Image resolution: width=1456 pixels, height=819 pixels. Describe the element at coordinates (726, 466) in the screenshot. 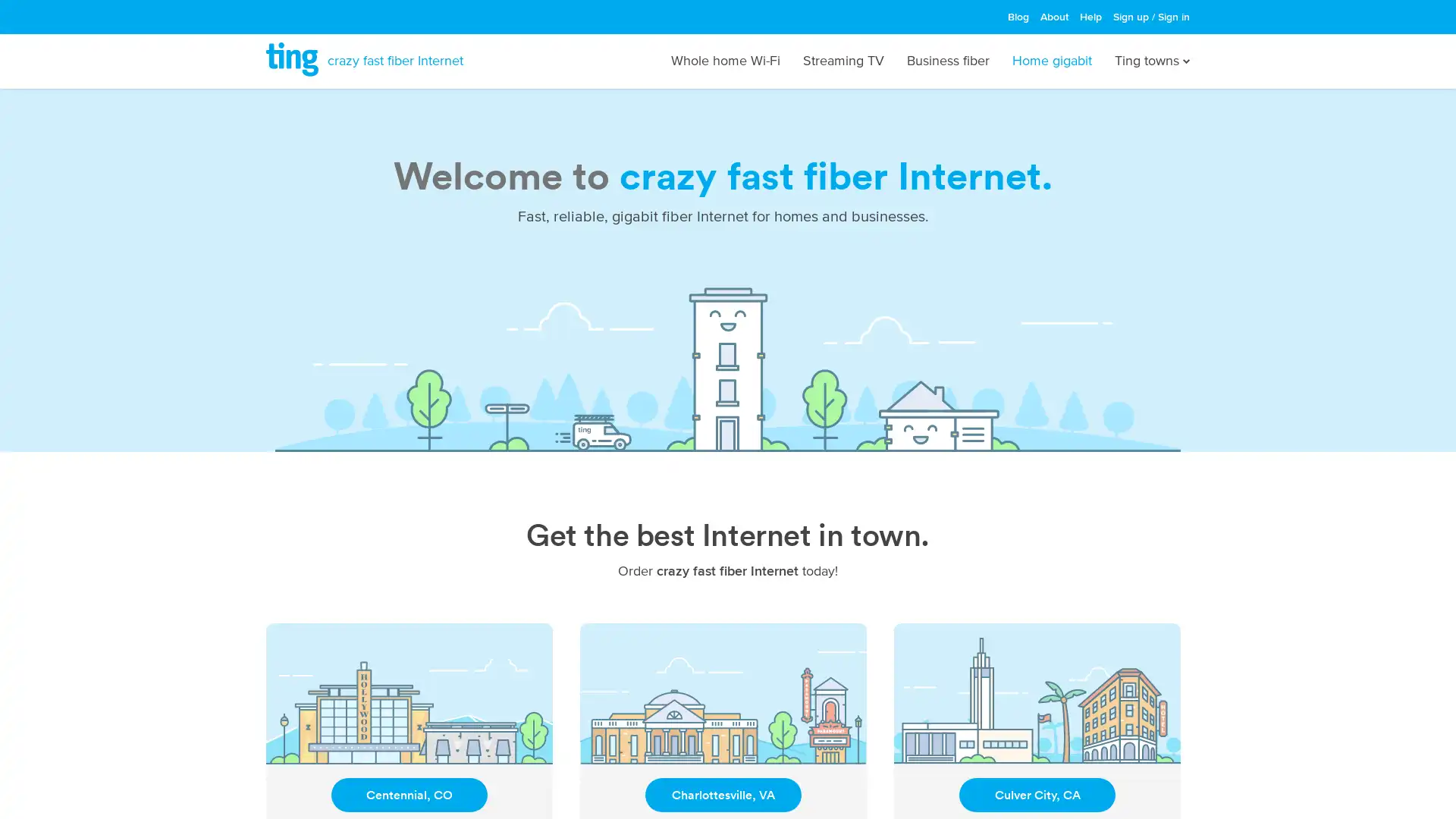

I see `Continue to Ting Internet` at that location.